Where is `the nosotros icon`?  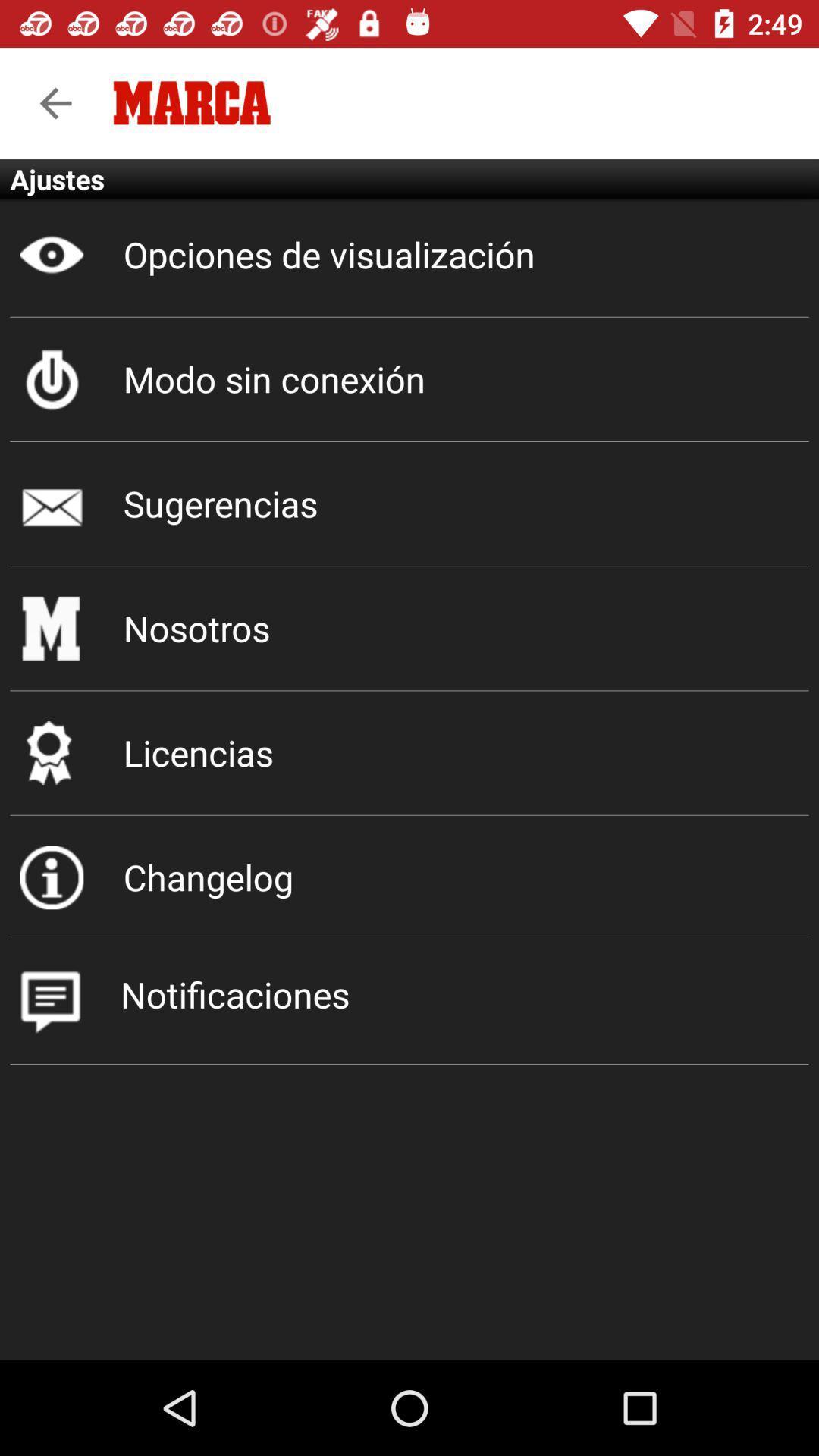 the nosotros icon is located at coordinates (409, 628).